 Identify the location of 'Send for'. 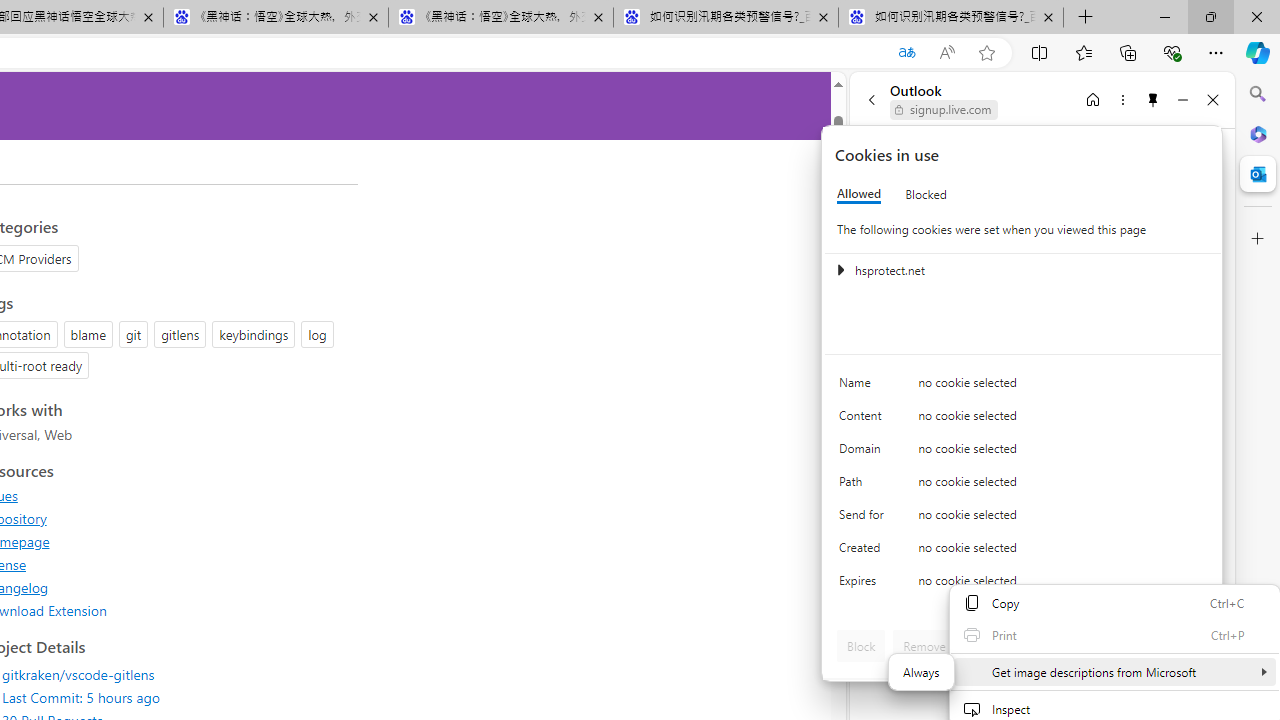
(865, 518).